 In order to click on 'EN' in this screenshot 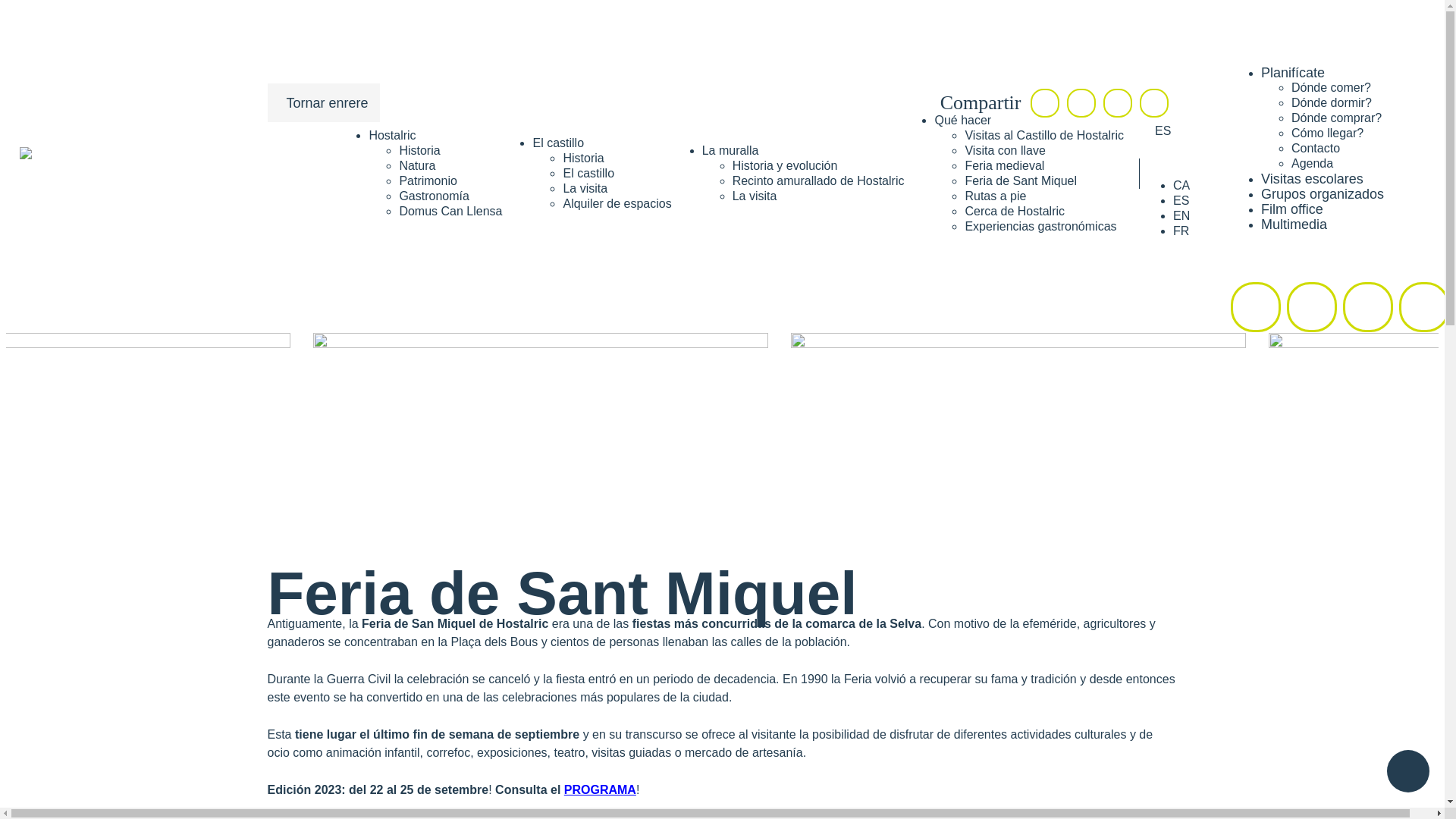, I will do `click(1181, 215)`.